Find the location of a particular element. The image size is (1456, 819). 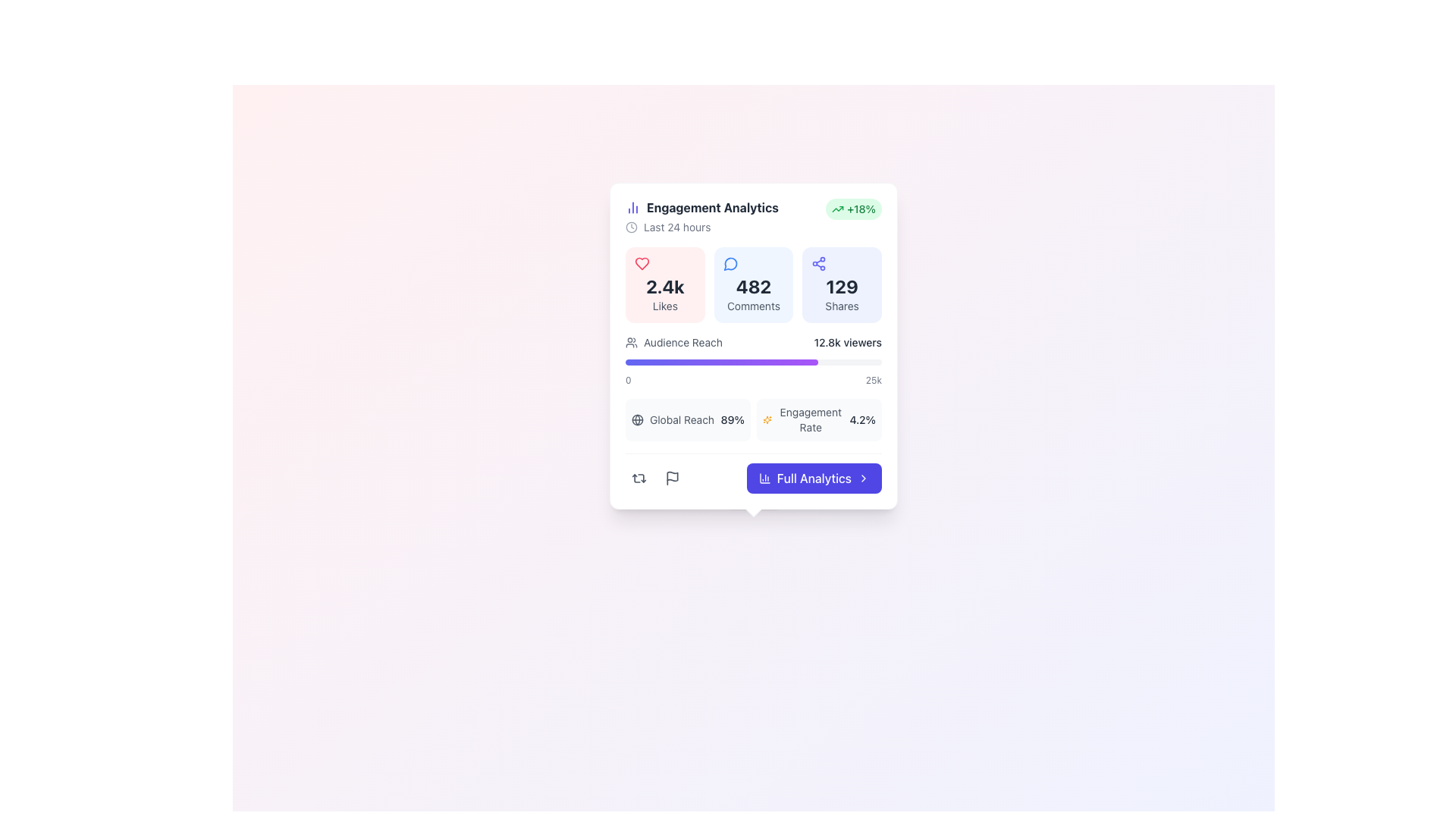

the Text label that describes a specific metric, located to the right of the group of people icon in the bottom portion of the analytics widget is located at coordinates (682, 342).